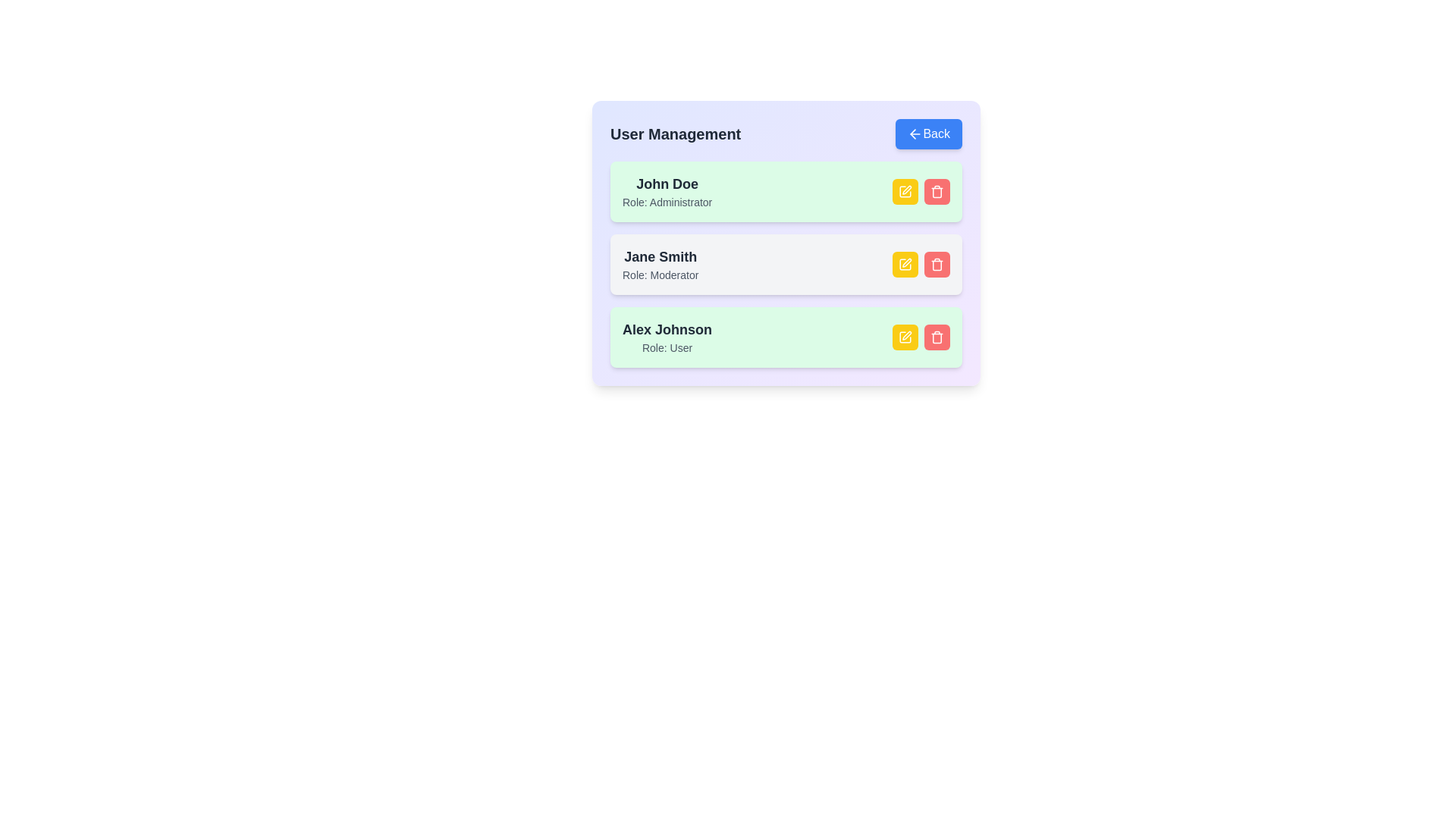 This screenshot has height=819, width=1456. Describe the element at coordinates (937, 336) in the screenshot. I see `delete button for the user Alex Johnson` at that location.